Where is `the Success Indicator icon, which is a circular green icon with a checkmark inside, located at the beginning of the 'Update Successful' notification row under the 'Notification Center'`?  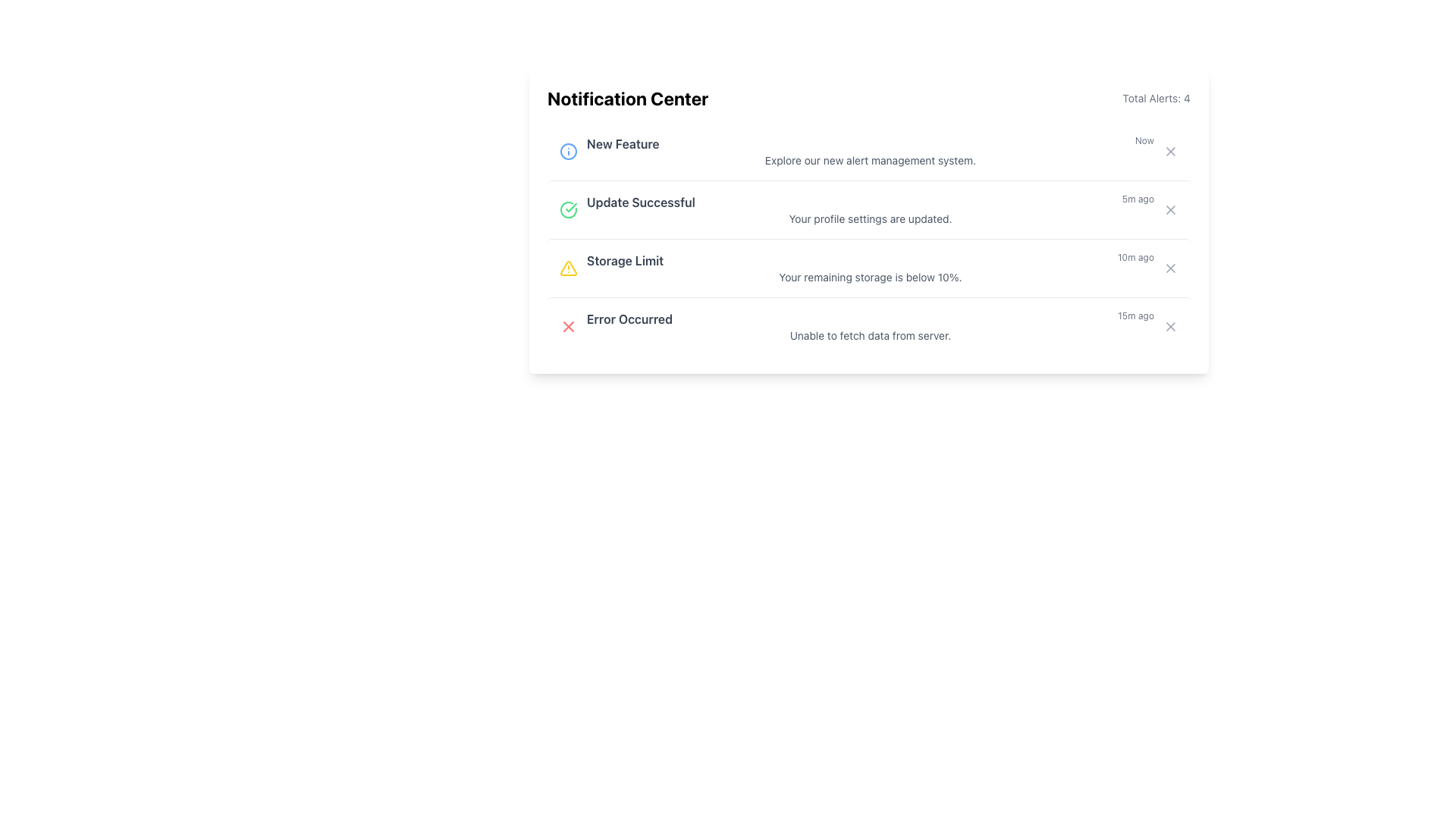 the Success Indicator icon, which is a circular green icon with a checkmark inside, located at the beginning of the 'Update Successful' notification row under the 'Notification Center' is located at coordinates (567, 210).